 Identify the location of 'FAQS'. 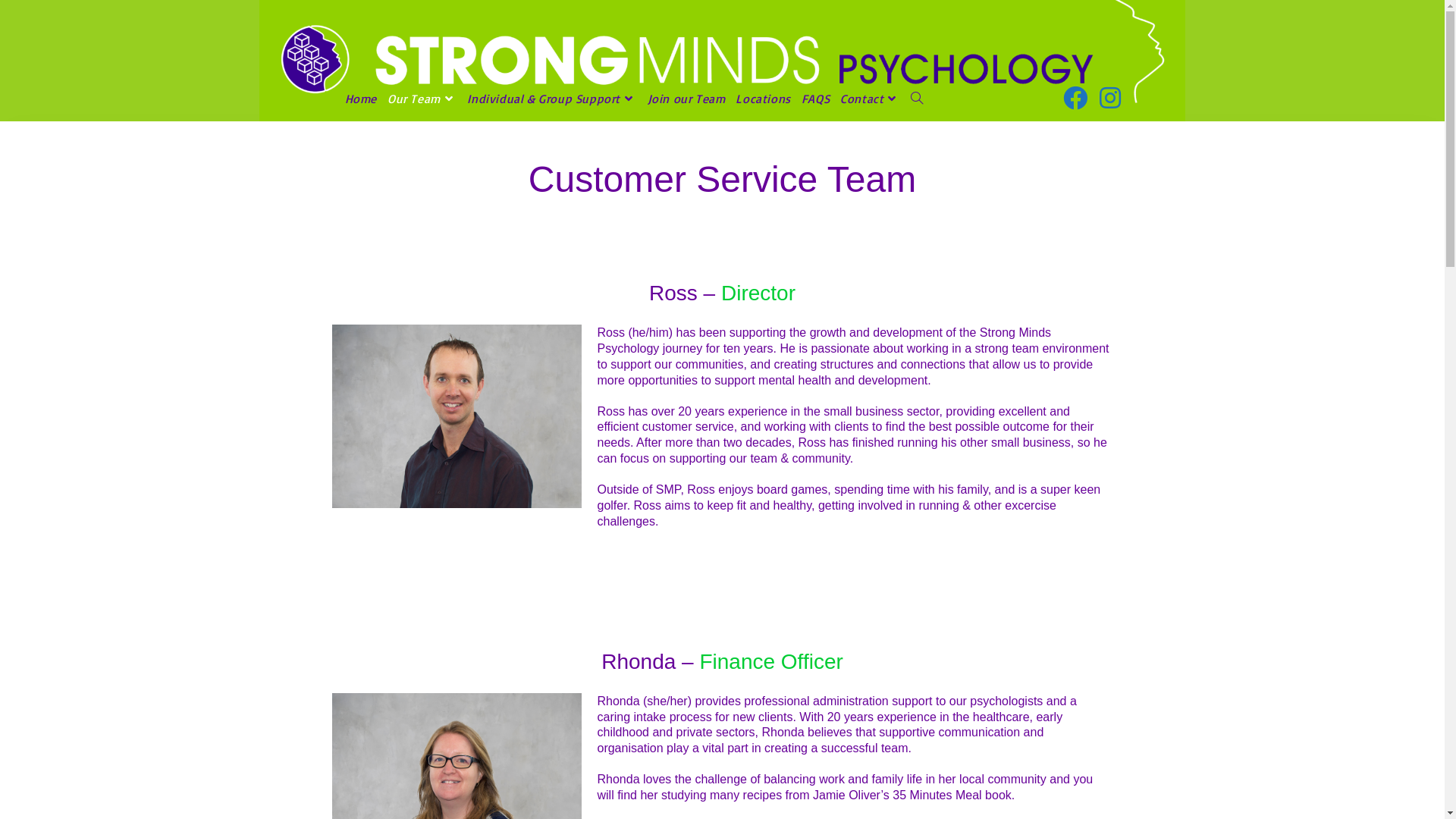
(795, 99).